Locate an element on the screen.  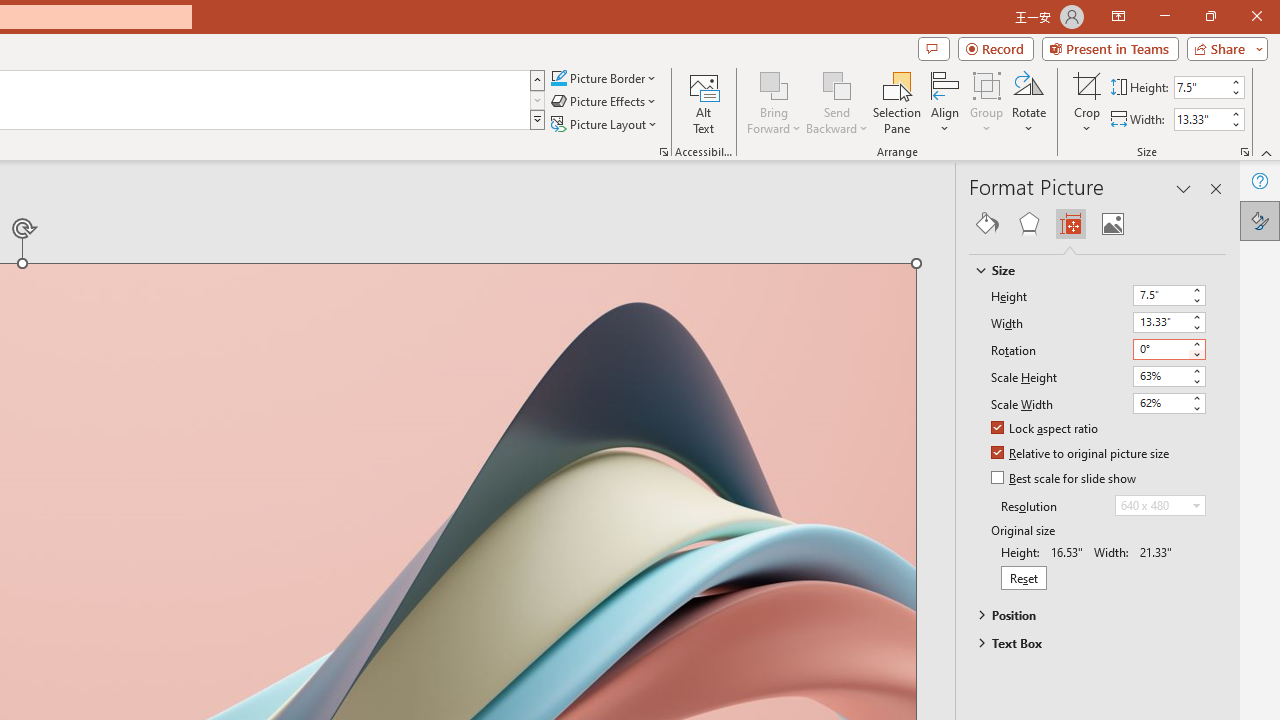
'Scale Width' is located at coordinates (1169, 403).